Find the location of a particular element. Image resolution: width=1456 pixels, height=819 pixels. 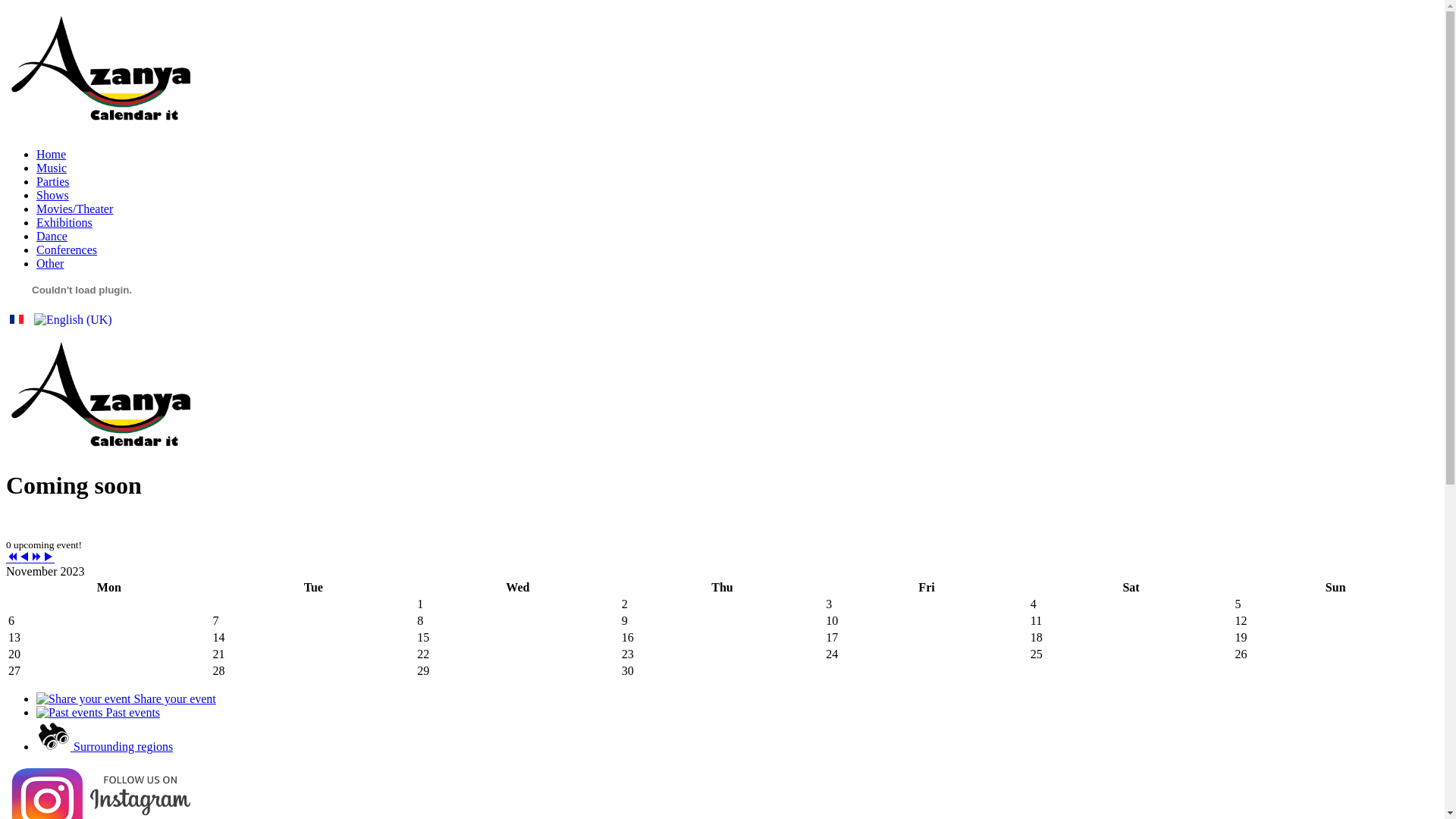

'Parties' is located at coordinates (53, 180).